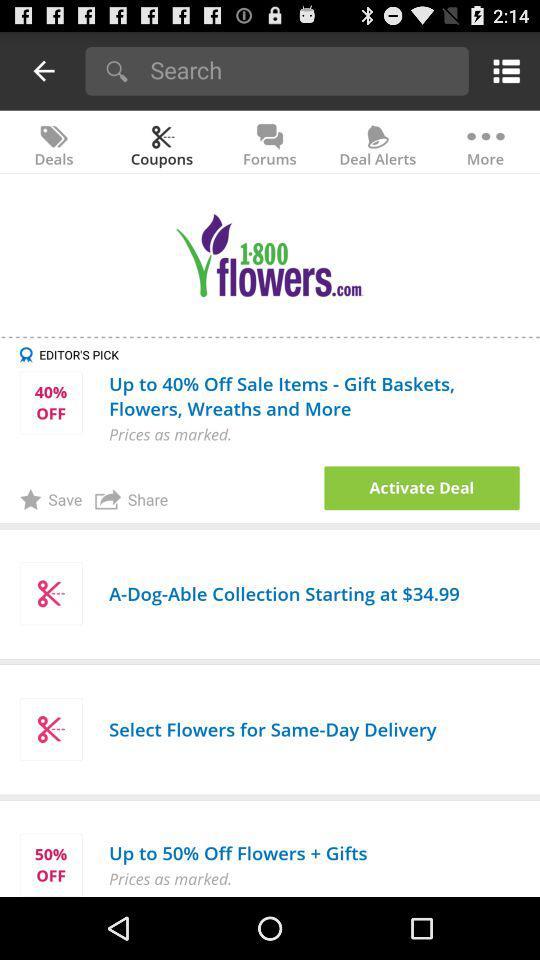  What do you see at coordinates (50, 498) in the screenshot?
I see `save item` at bounding box center [50, 498].